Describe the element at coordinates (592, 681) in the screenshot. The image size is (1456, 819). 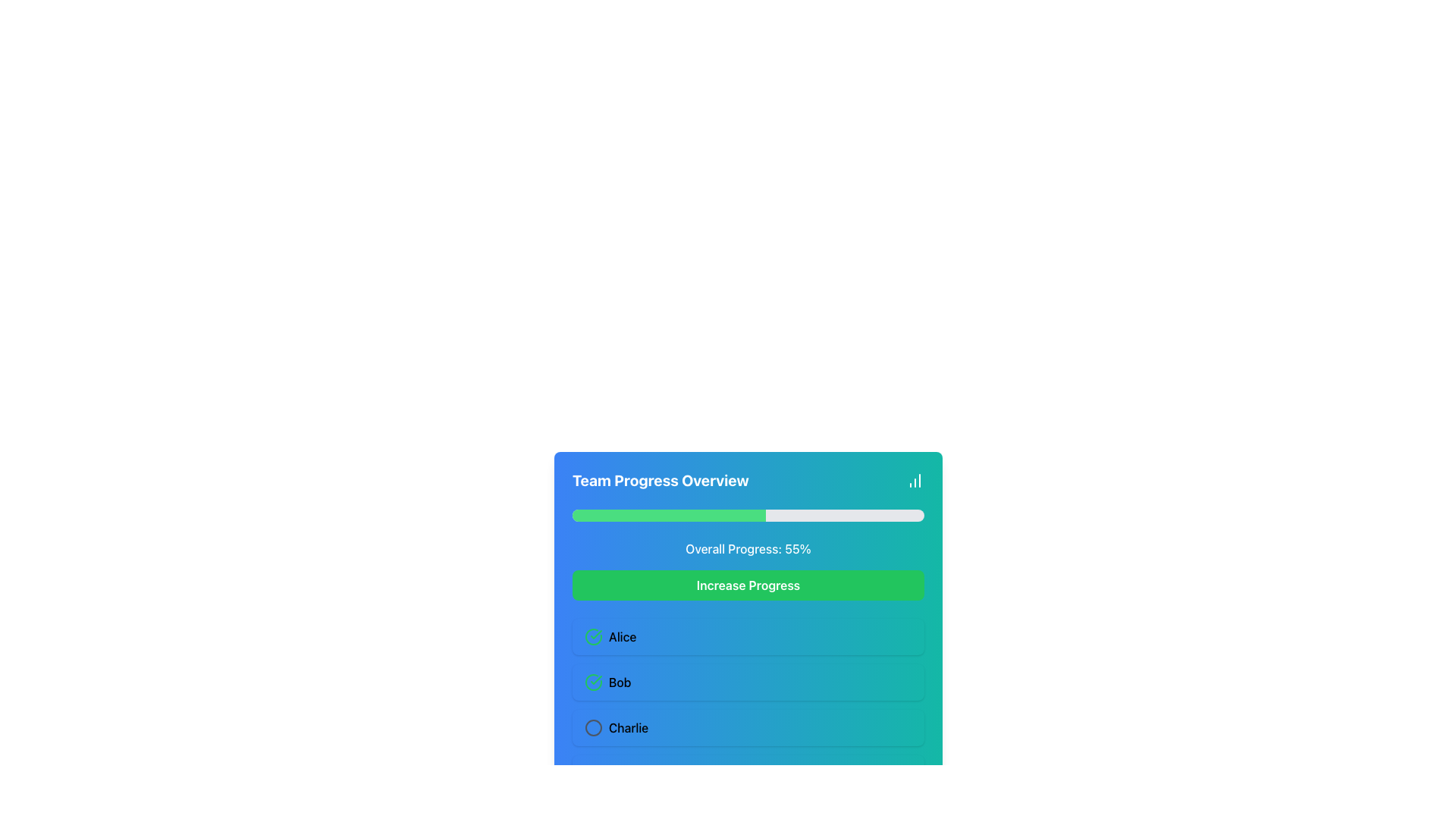
I see `the status represented by the circular green outlined icon with a check mark on a blue background, located to the left of the text 'Bob'` at that location.